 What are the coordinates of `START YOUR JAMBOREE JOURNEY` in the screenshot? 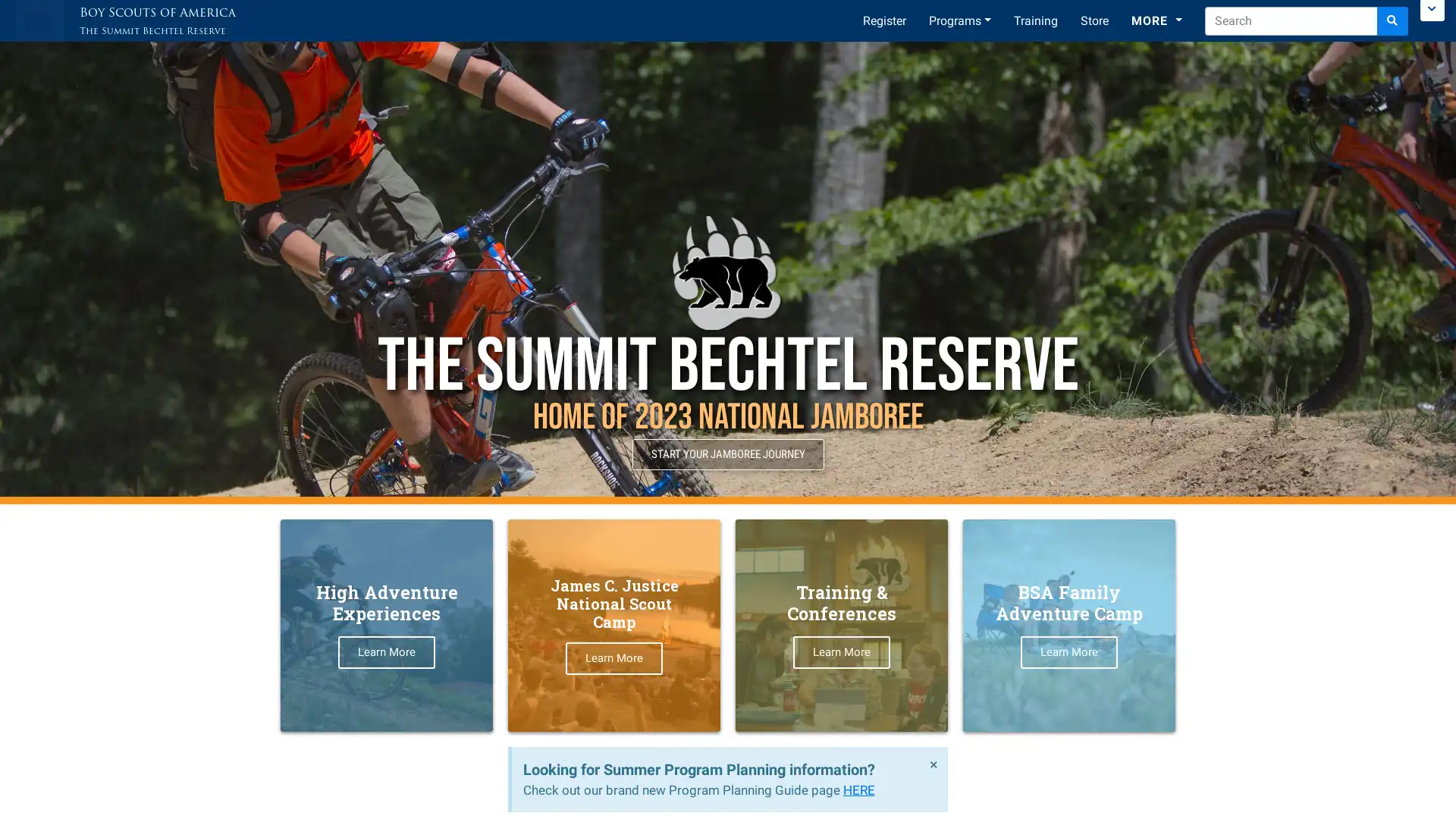 It's located at (726, 453).